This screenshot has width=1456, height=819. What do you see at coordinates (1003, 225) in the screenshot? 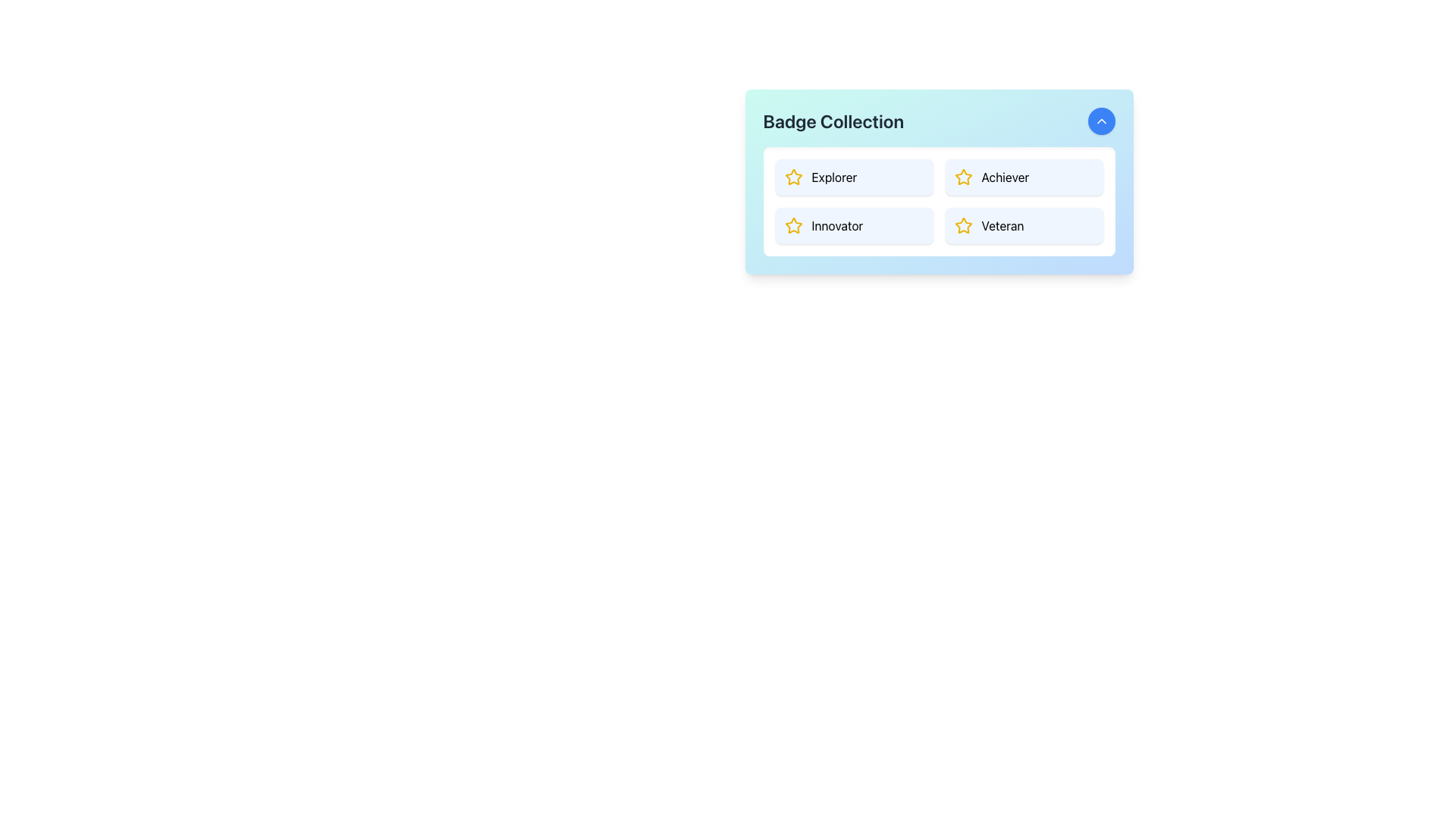
I see `the Text Label representing a category or status within the 'Badge Collection', located in the bottom right corner of the interface, specifically the fourth badge in a 2x2 grid layout` at bounding box center [1003, 225].